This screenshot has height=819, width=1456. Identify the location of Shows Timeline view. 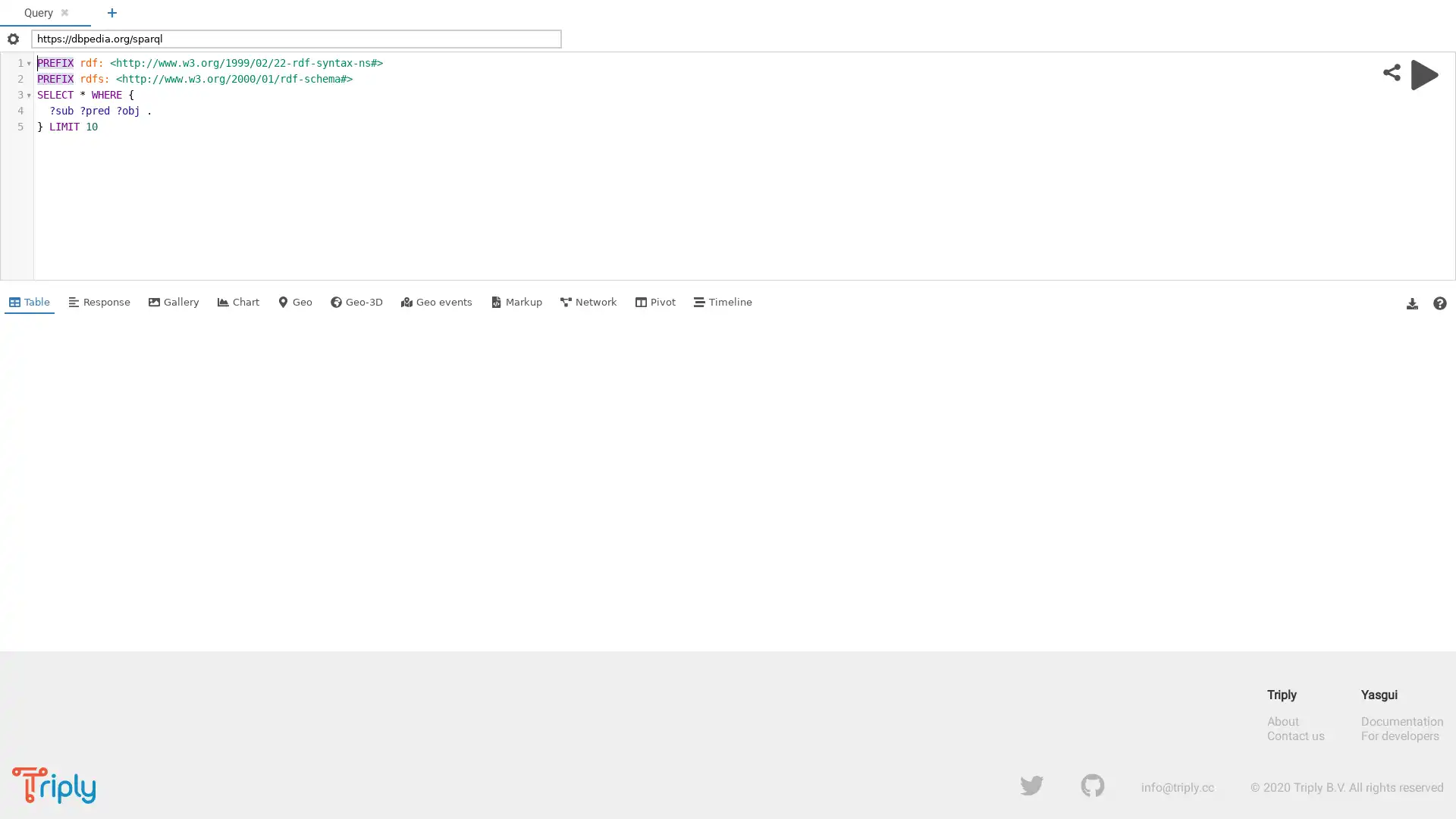
(722, 303).